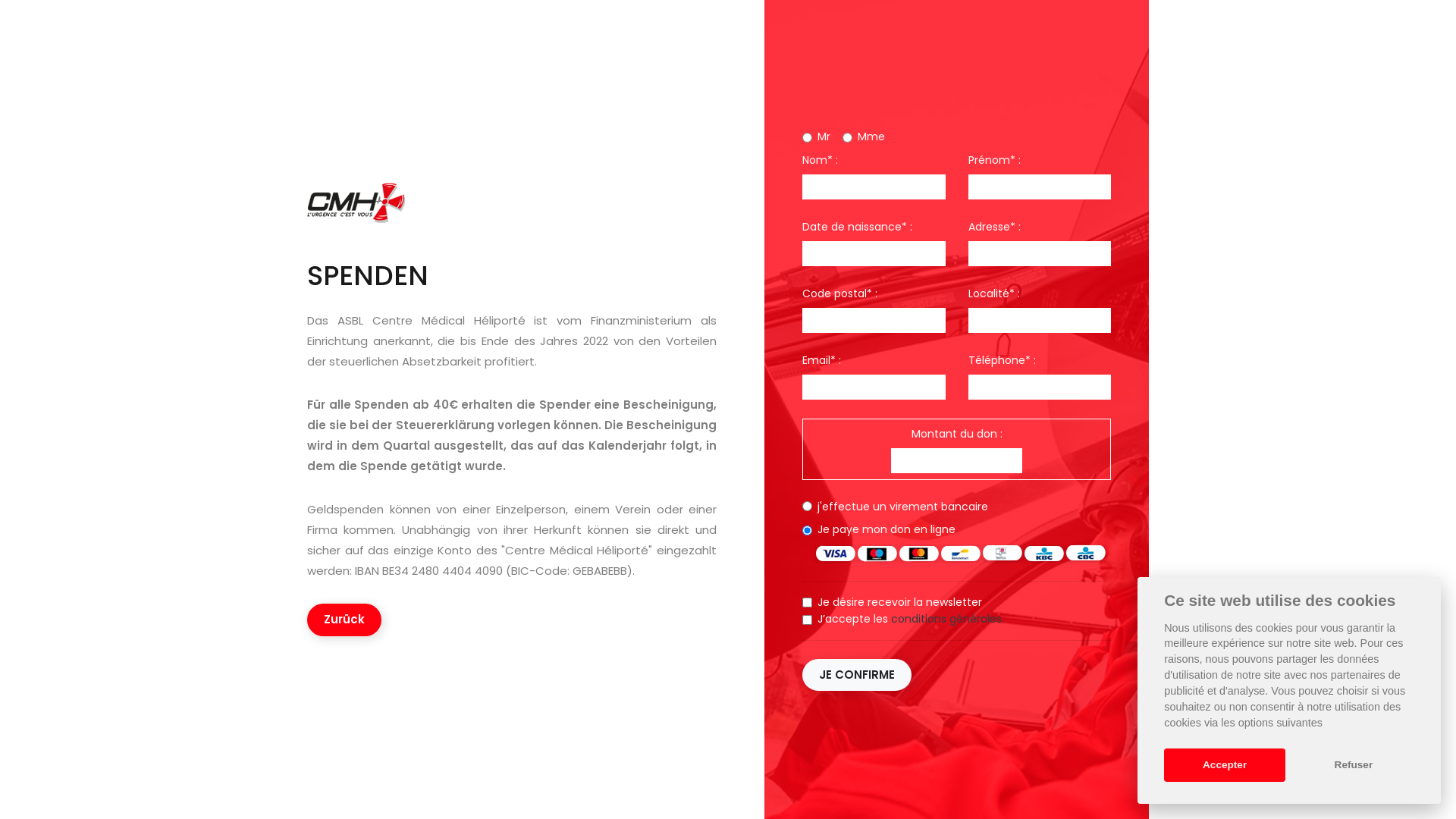  Describe the element at coordinates (1224, 765) in the screenshot. I see `'Accepter'` at that location.